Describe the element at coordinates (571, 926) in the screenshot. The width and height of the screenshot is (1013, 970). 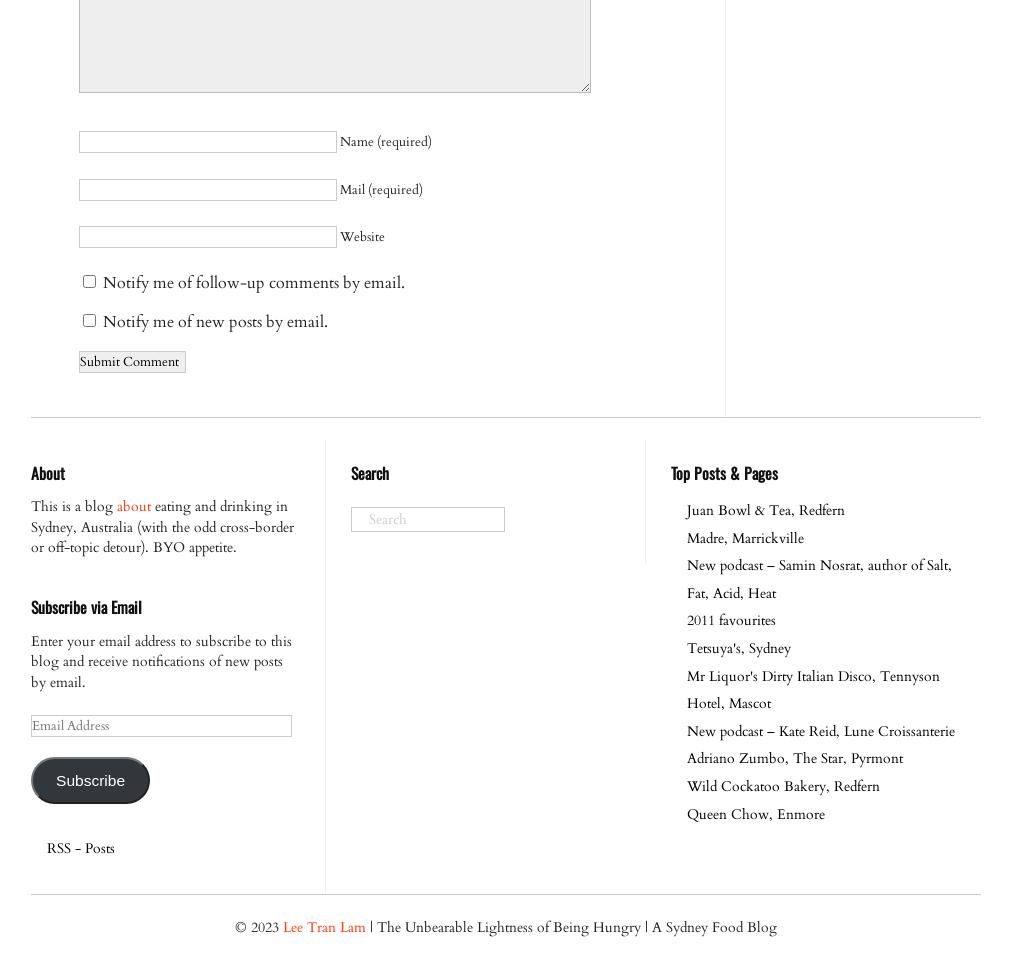
I see `'| The Unbearable Lightness of Being Hungry | A Sydney Food Blog'` at that location.